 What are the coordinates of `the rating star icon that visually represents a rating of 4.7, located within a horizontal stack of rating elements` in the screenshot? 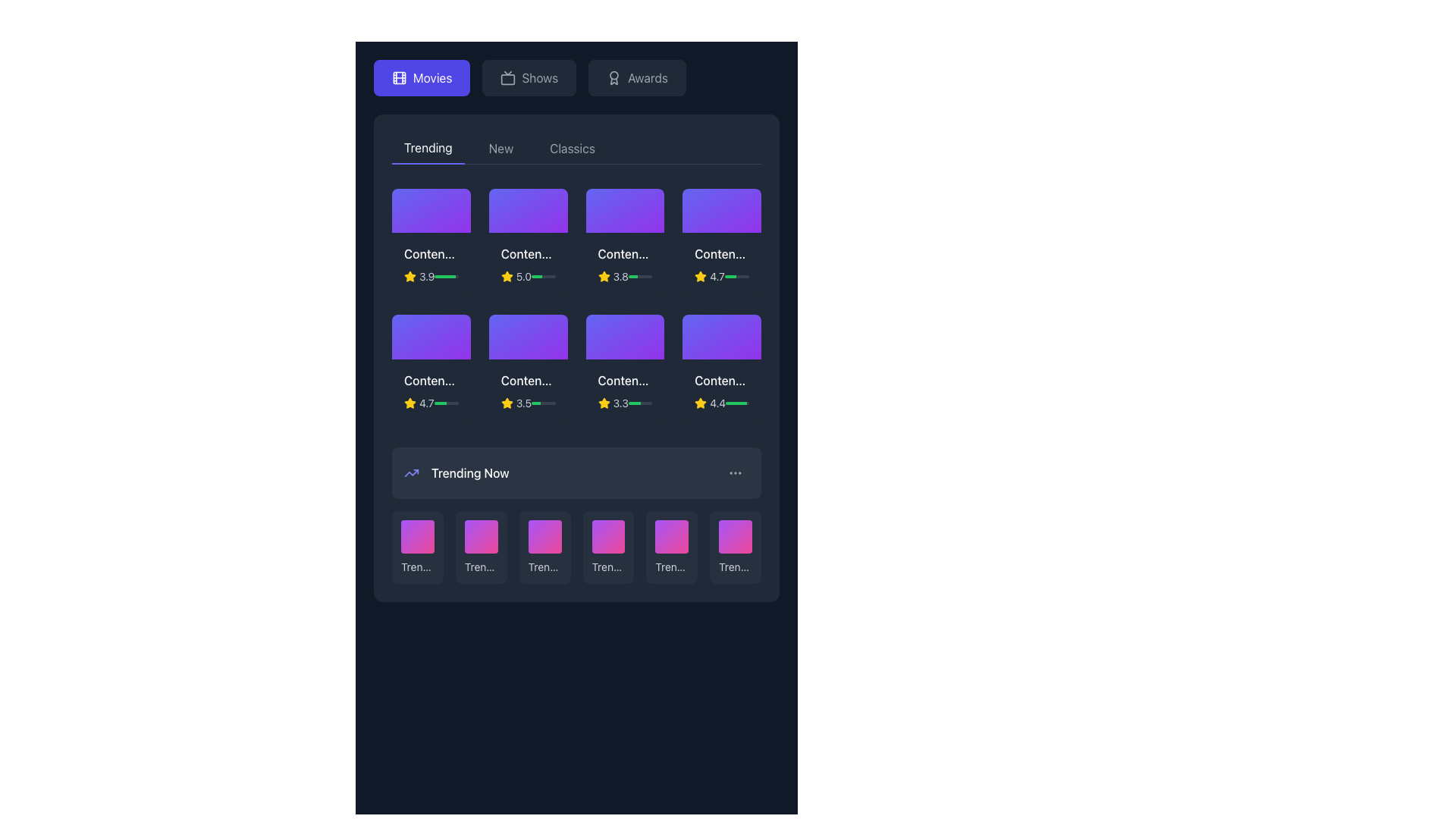 It's located at (700, 277).